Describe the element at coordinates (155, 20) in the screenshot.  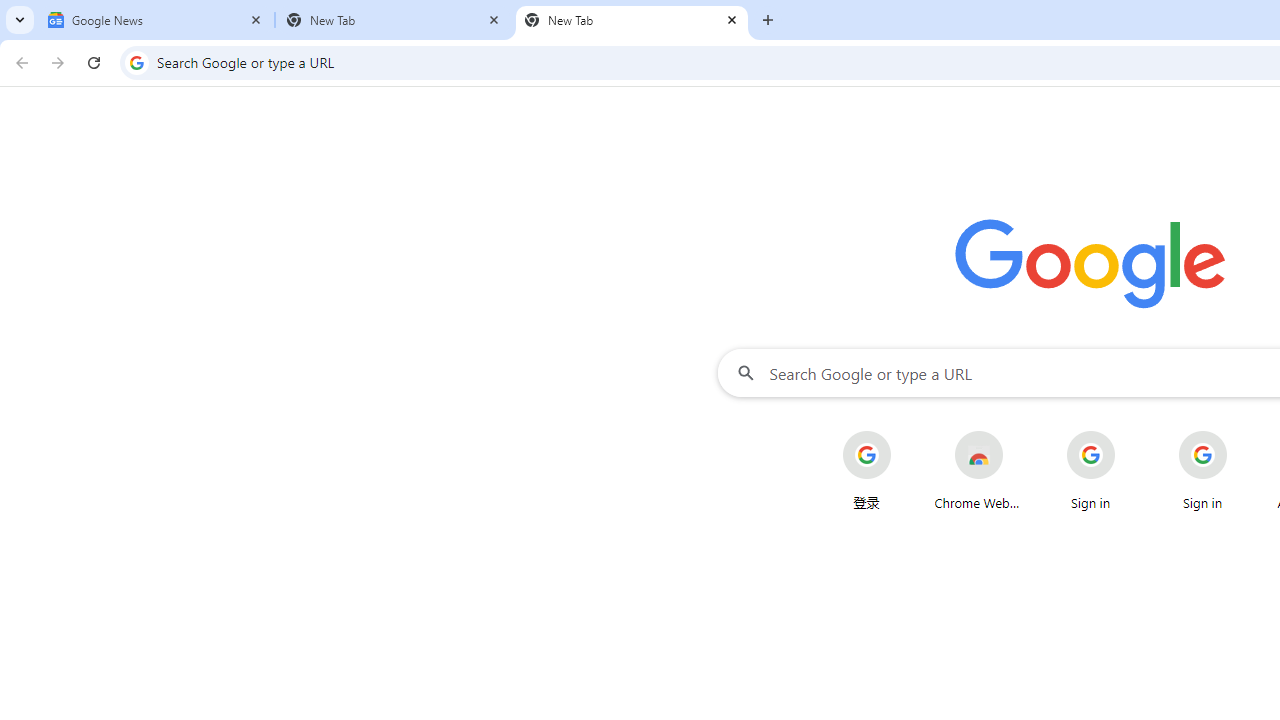
I see `'Google News'` at that location.